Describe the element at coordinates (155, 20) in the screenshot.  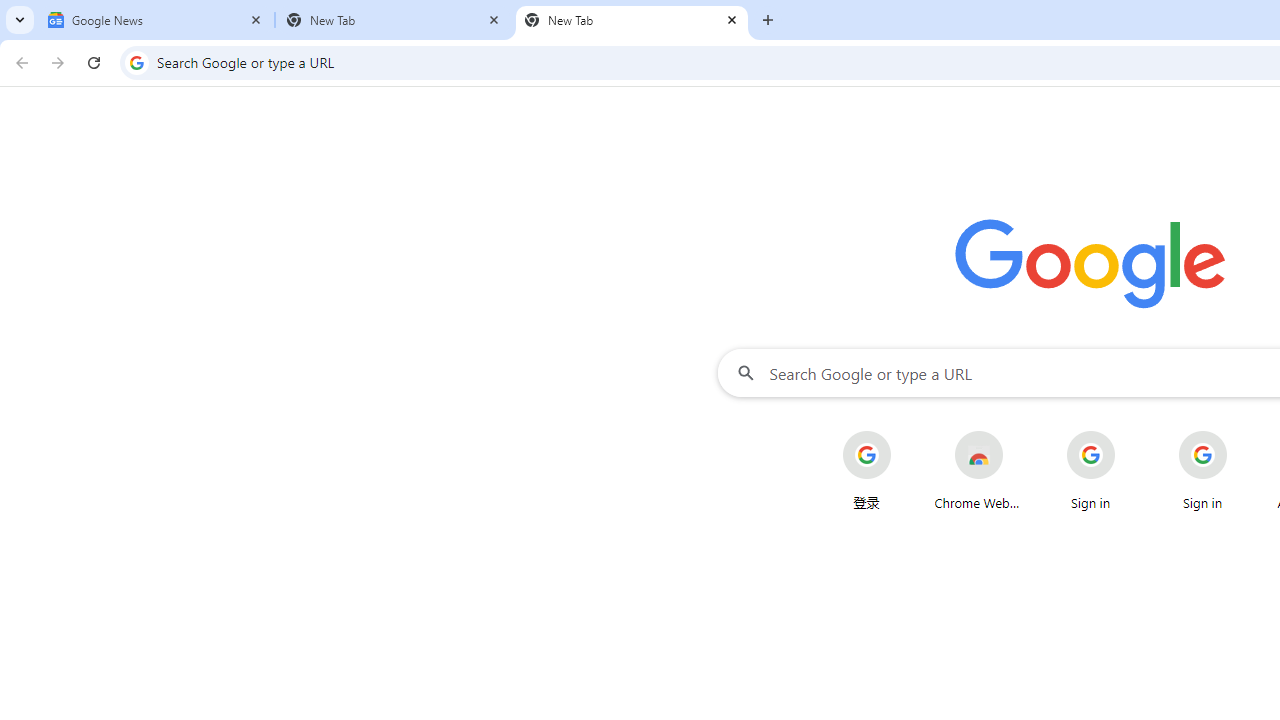
I see `'Google News'` at that location.